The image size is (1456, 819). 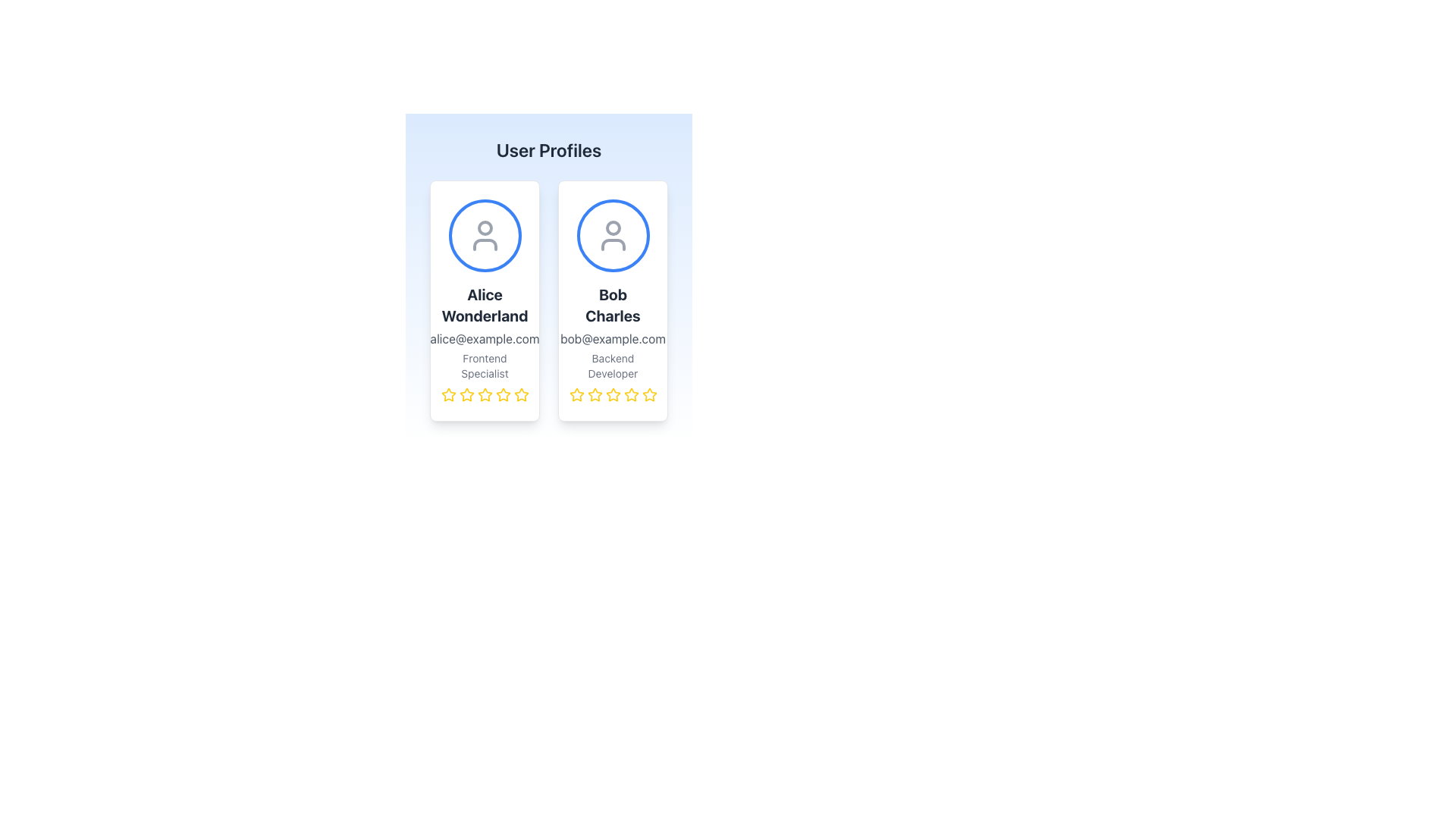 I want to click on the yellow star icon with a central red marking, which is the third star from the left in a row of five stars, located in the bottom section of the user profile card titled 'Bob Charles.', so click(x=613, y=394).